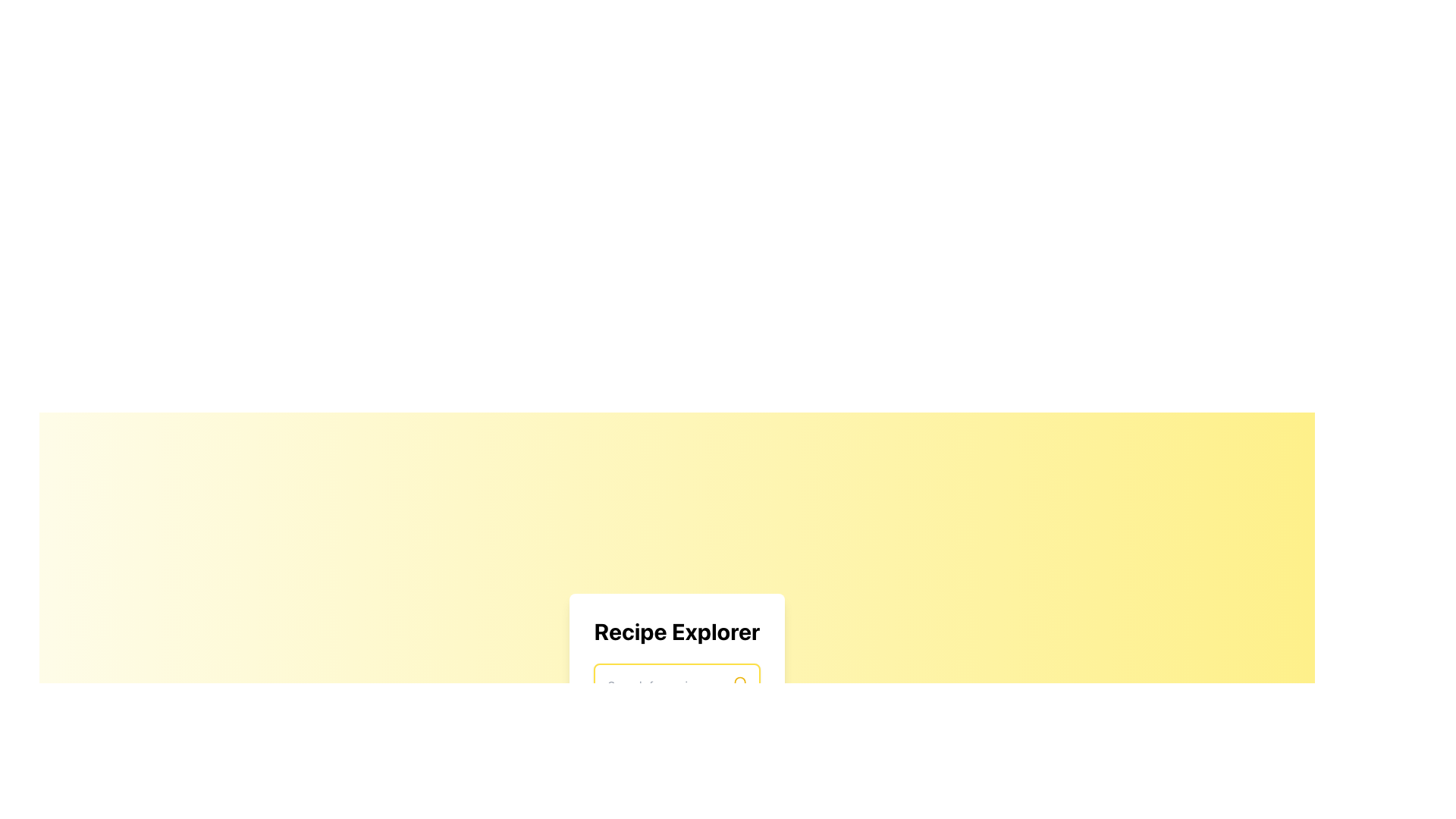 This screenshot has width=1456, height=819. What do you see at coordinates (740, 682) in the screenshot?
I see `the magnifying glass icon with a yellow stroke located at the top right corner of the white search input field` at bounding box center [740, 682].